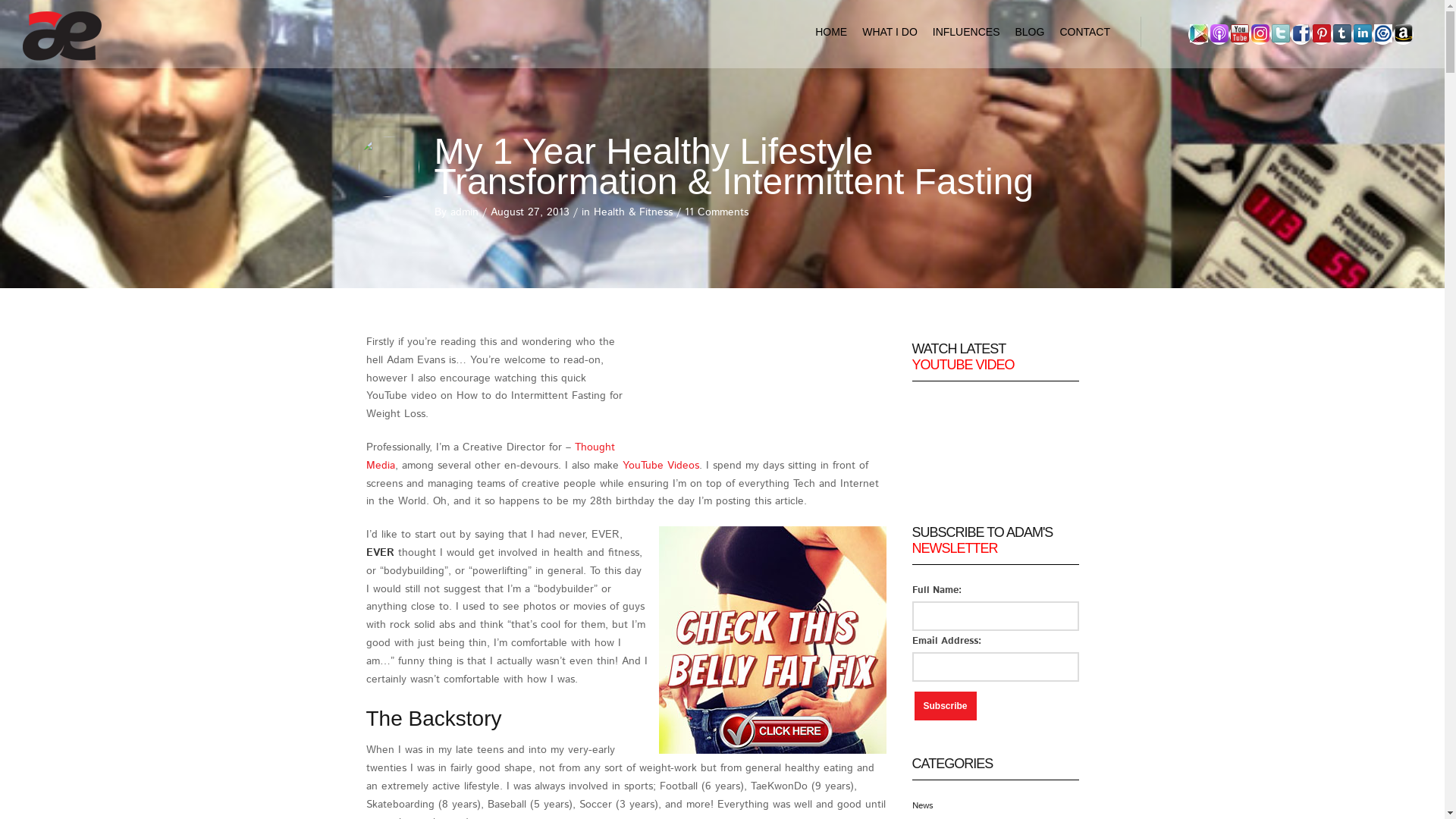  What do you see at coordinates (64, 39) in the screenshot?
I see `'Adam Evans Official Website'` at bounding box center [64, 39].